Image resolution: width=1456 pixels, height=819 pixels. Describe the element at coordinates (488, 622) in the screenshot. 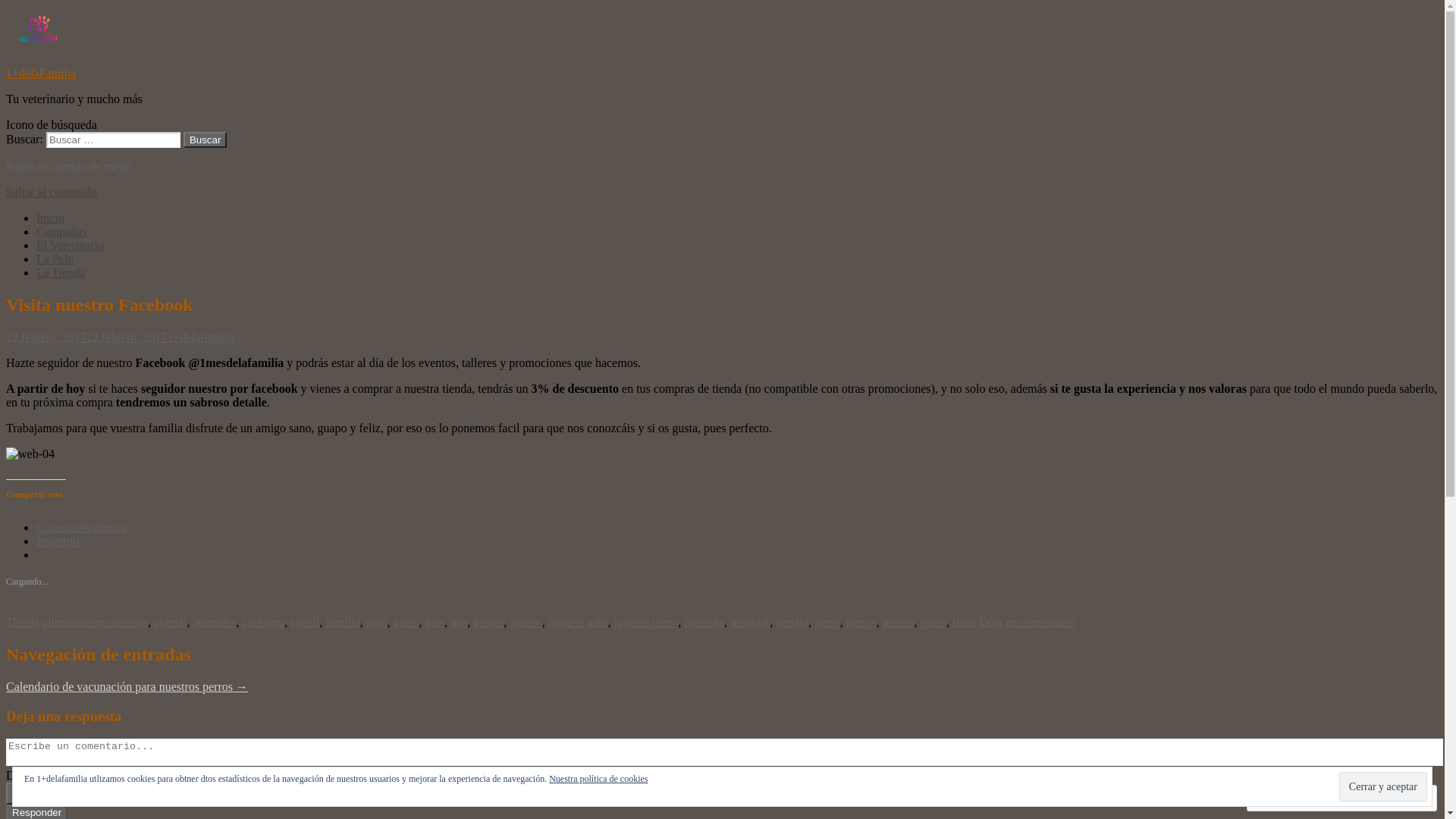

I see `'gosset'` at that location.